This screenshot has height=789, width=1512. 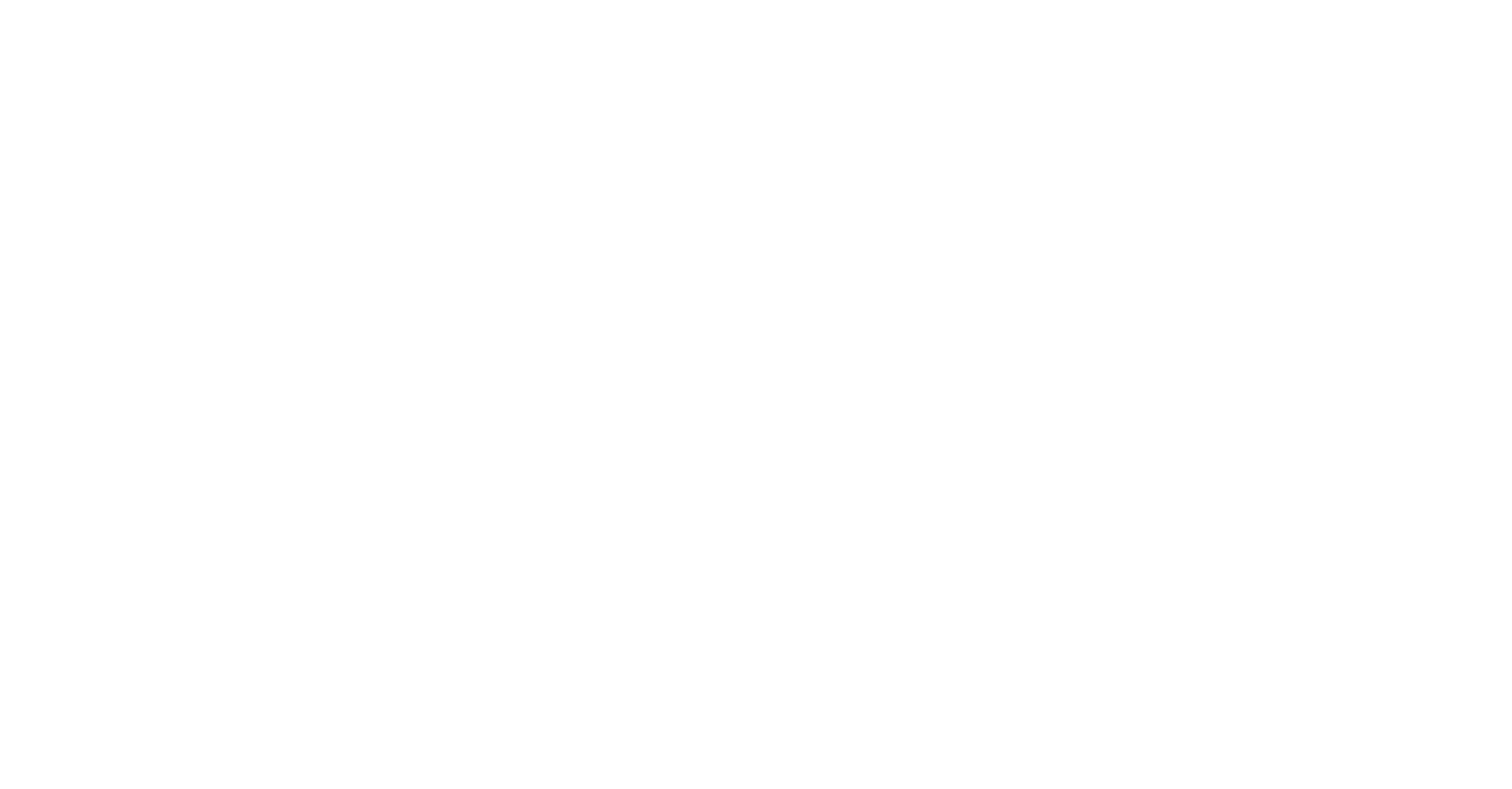 I want to click on 'Netzwerke und Cluster', so click(x=7, y=757).